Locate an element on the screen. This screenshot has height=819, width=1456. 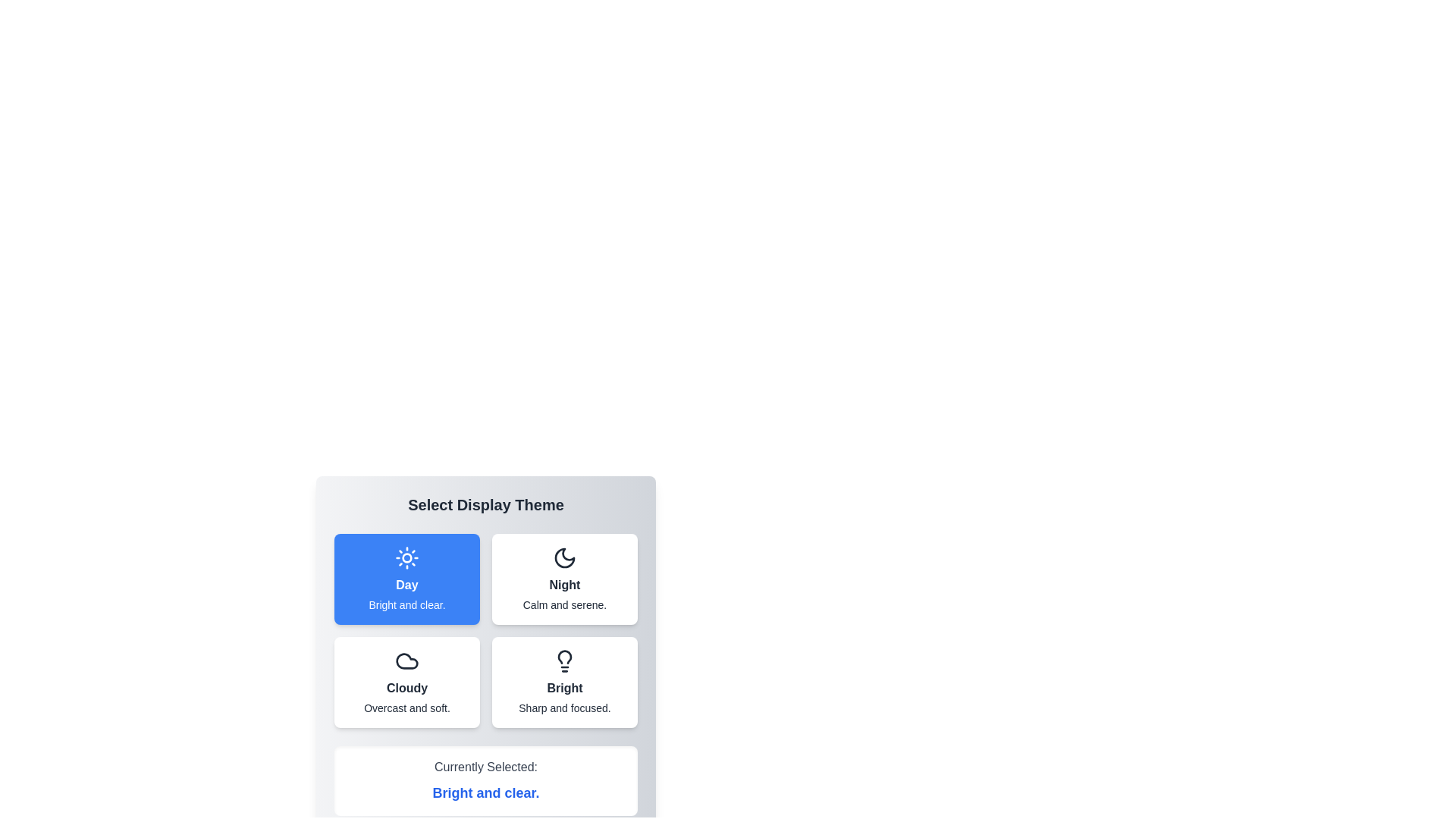
the button corresponding to the Day theme is located at coordinates (407, 579).